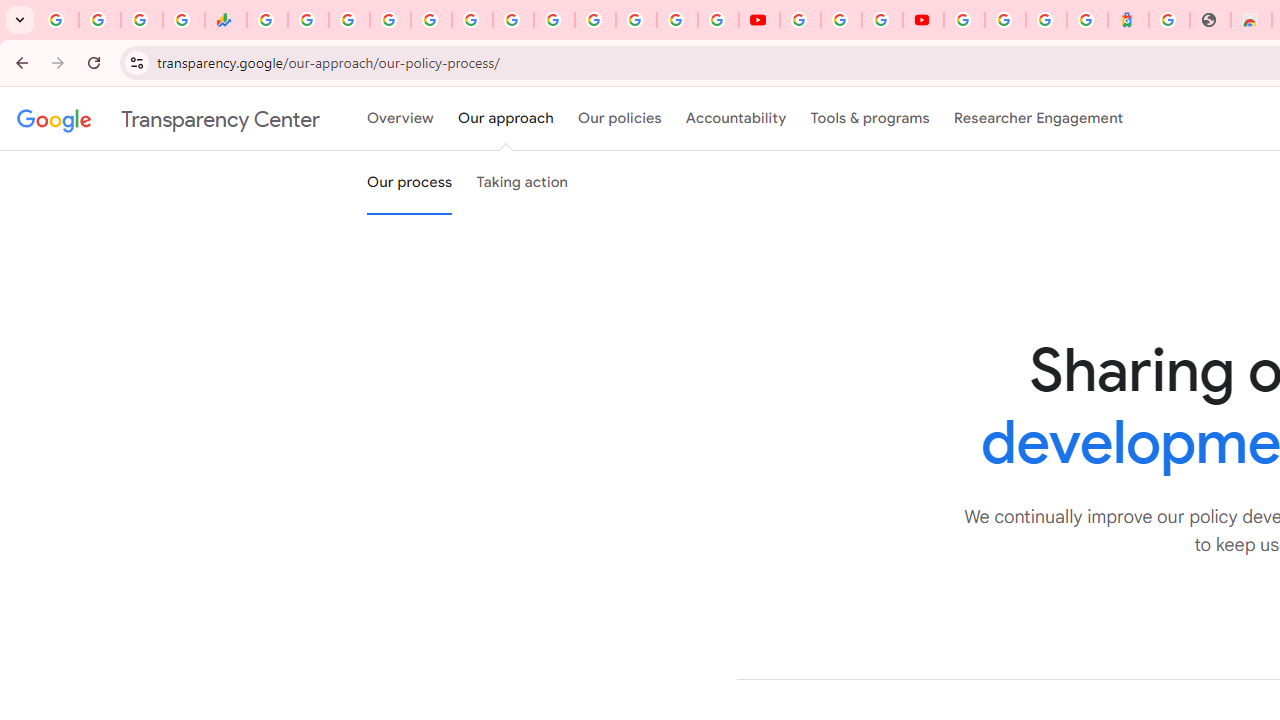 Image resolution: width=1280 pixels, height=720 pixels. Describe the element at coordinates (408, 183) in the screenshot. I see `'Our process'` at that location.